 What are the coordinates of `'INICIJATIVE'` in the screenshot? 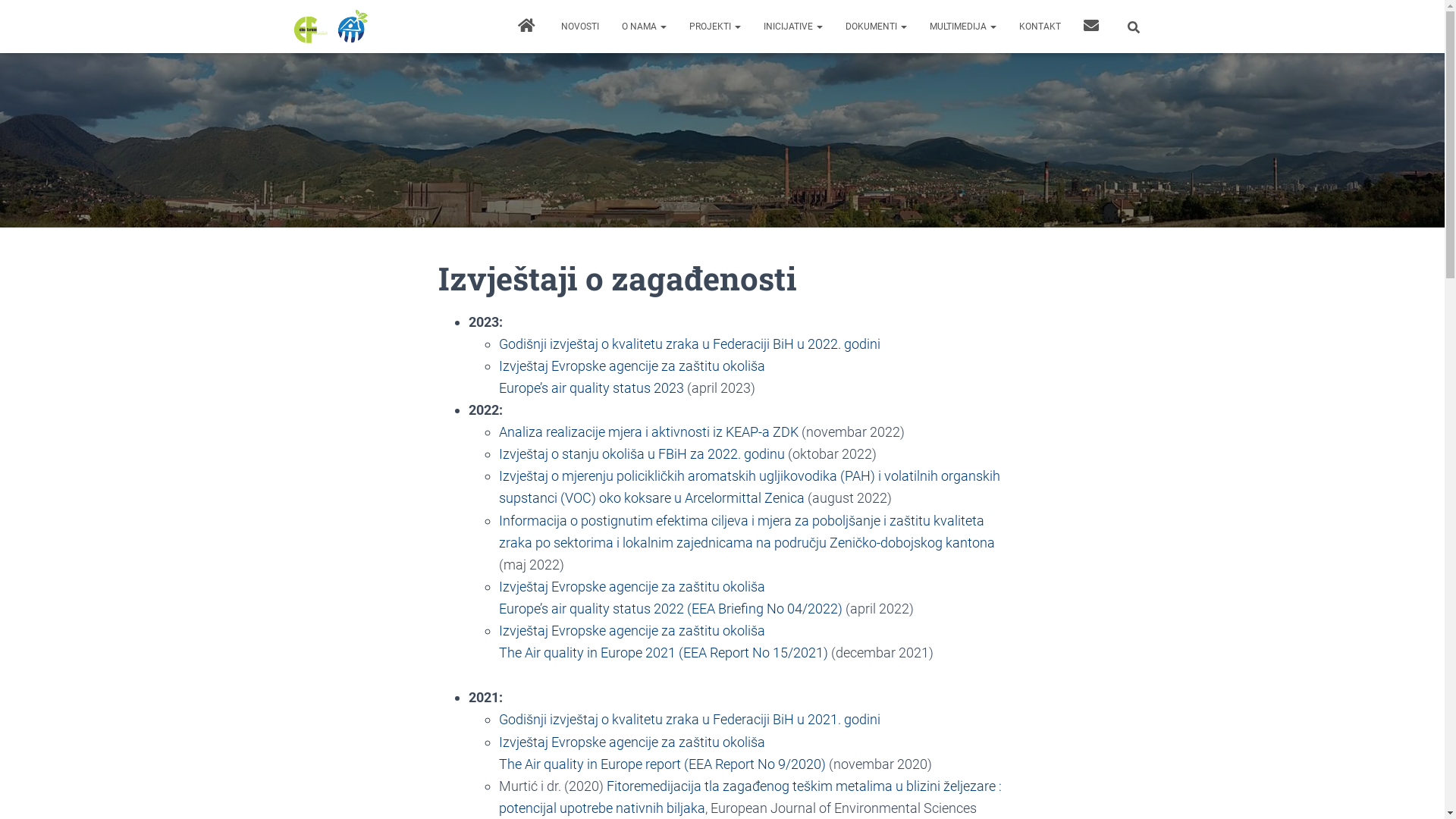 It's located at (792, 26).